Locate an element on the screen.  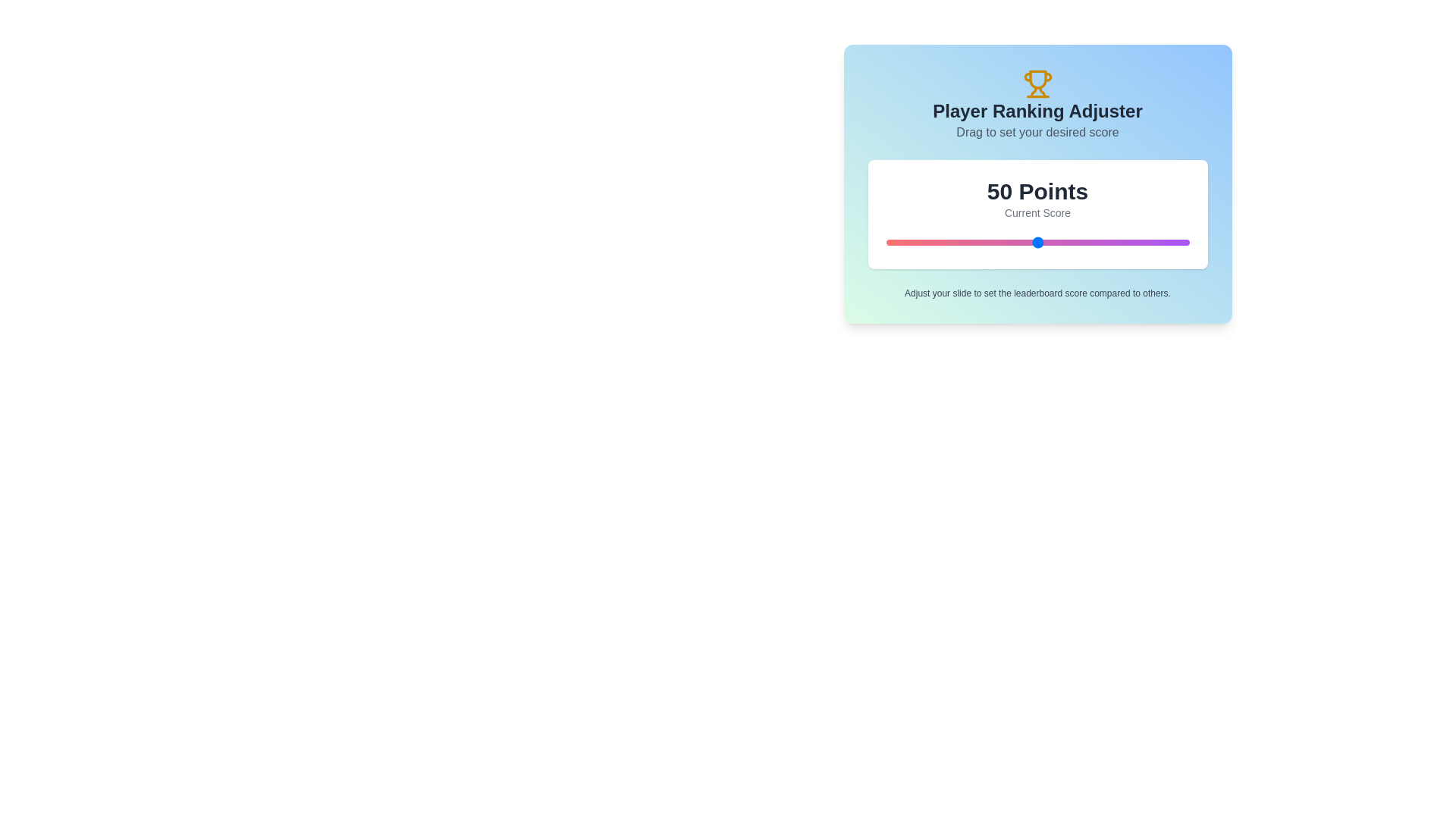
the slider to set the score to 33 is located at coordinates (986, 242).